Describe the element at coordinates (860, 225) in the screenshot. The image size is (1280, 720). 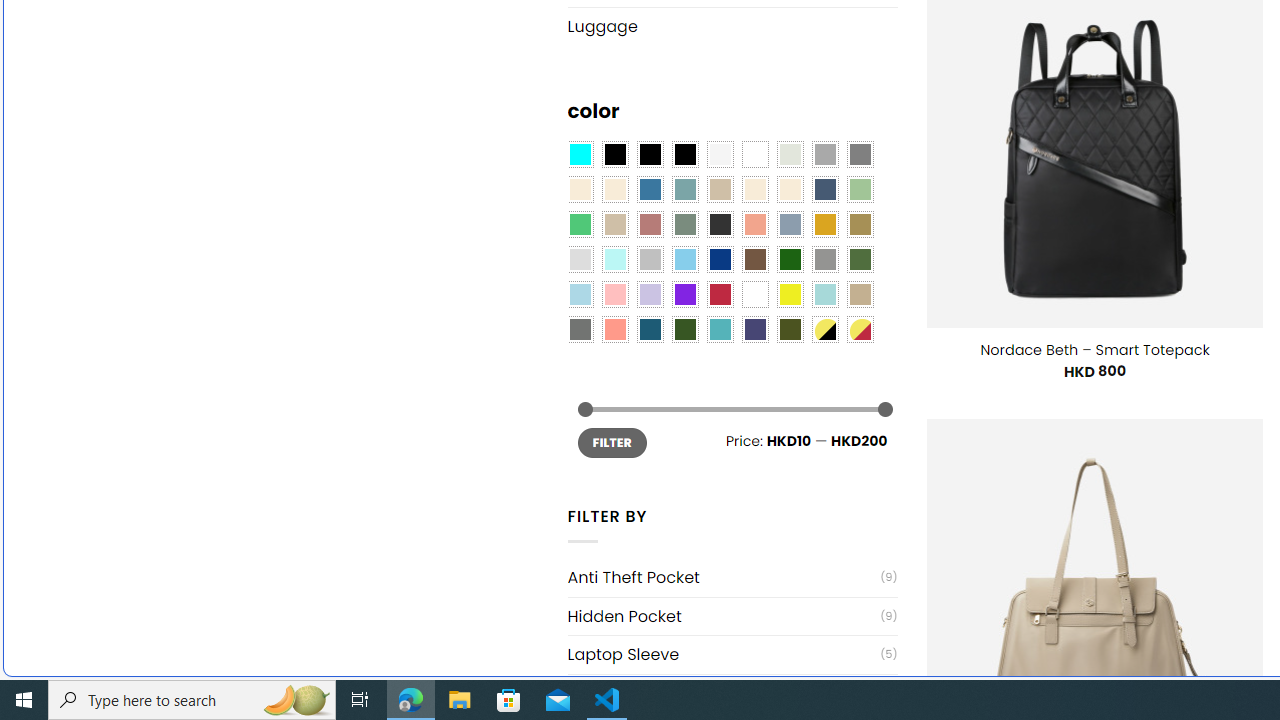
I see `'Kelp'` at that location.